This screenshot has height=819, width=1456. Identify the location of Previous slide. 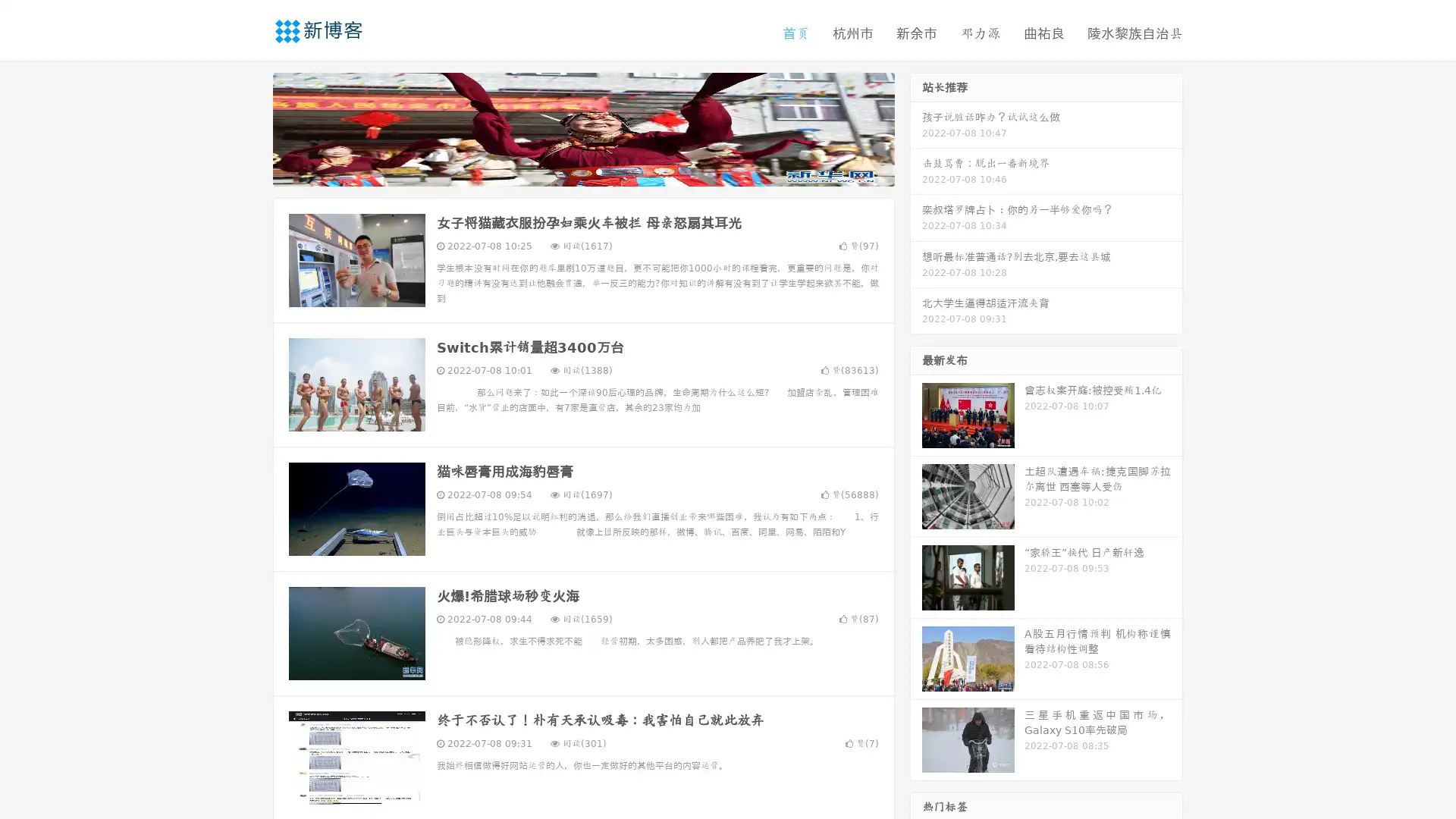
(250, 127).